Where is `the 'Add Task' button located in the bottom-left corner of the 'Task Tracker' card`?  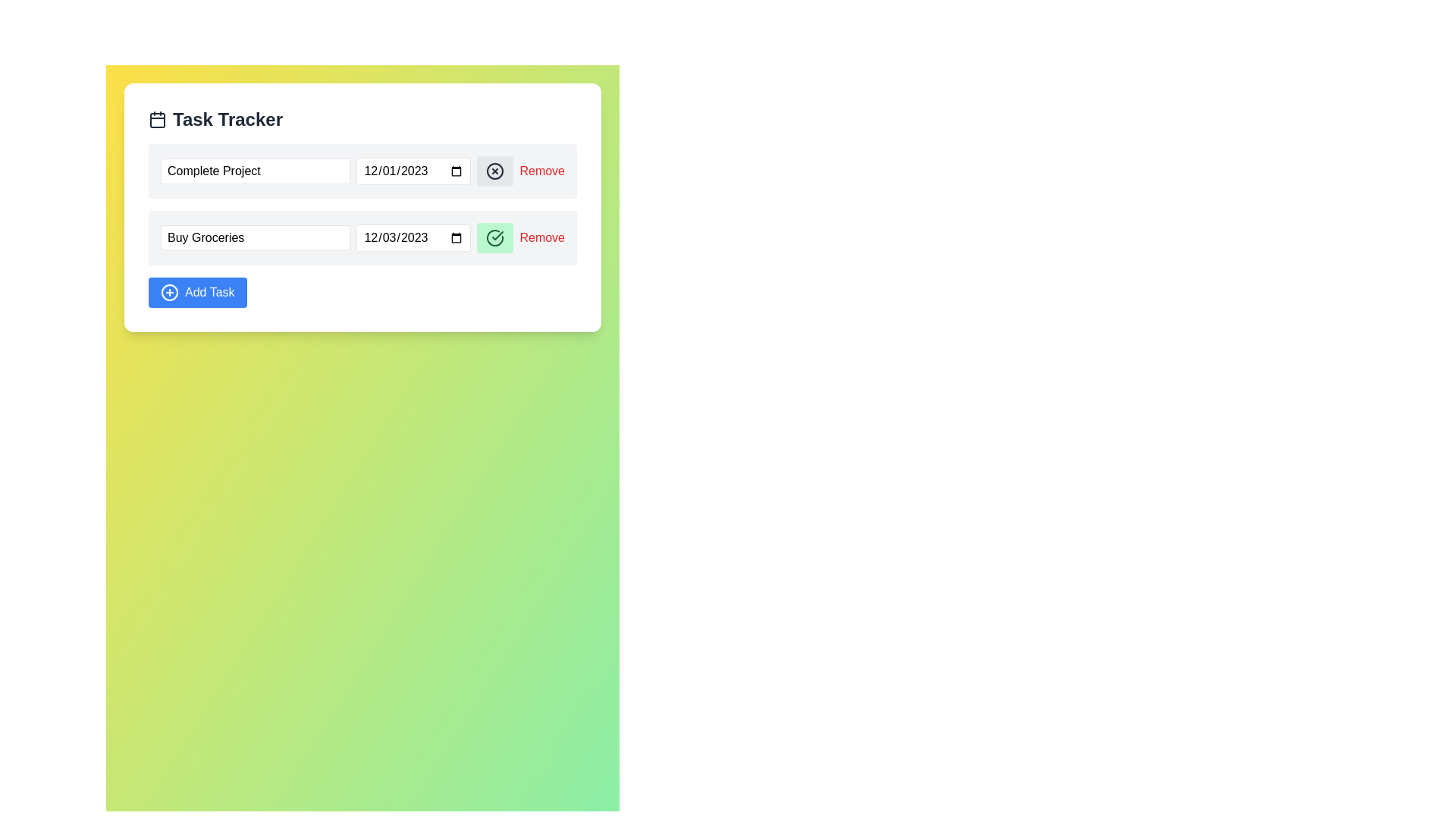 the 'Add Task' button located in the bottom-left corner of the 'Task Tracker' card is located at coordinates (196, 292).